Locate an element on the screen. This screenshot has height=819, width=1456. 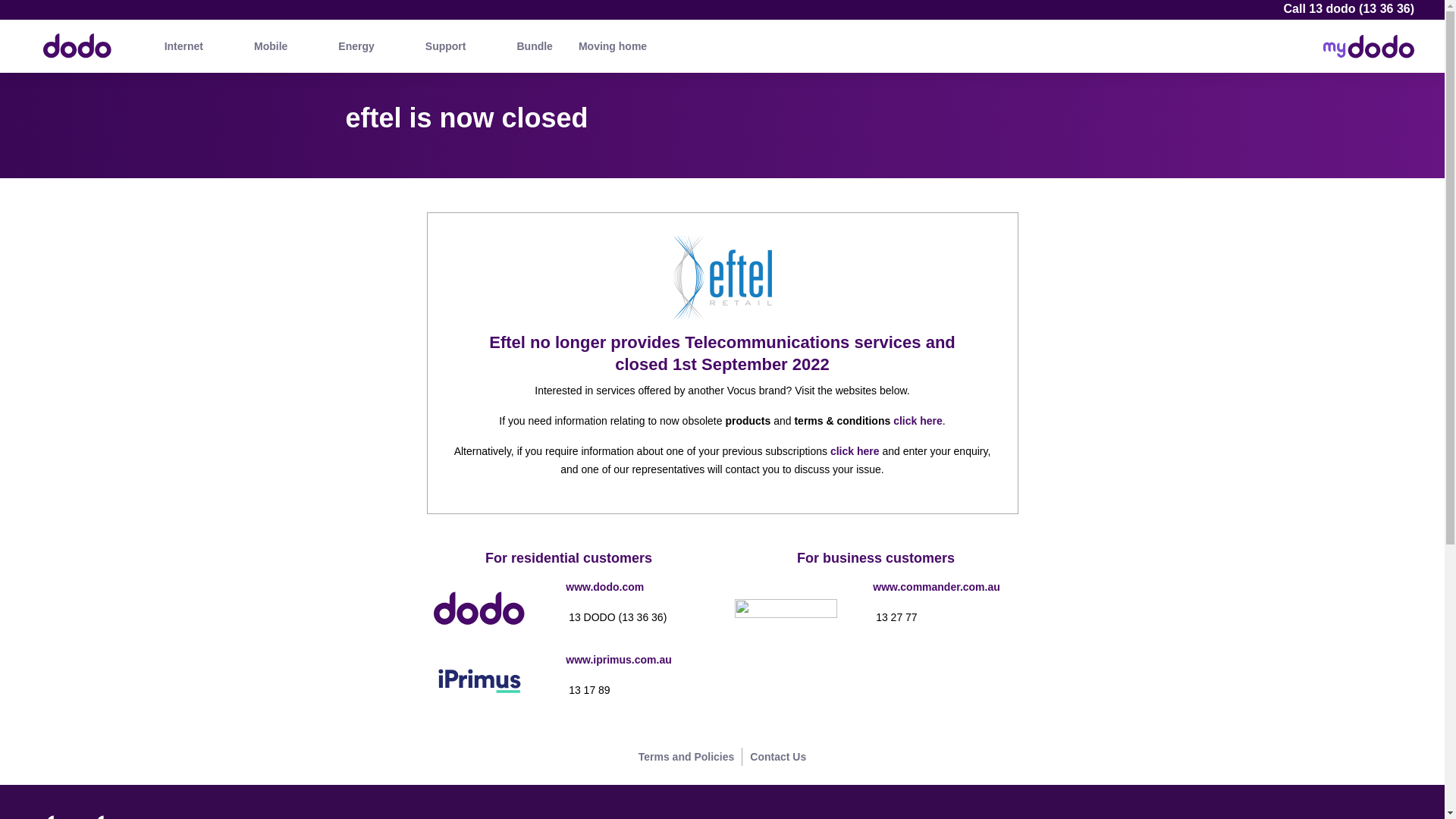
'Home' is located at coordinates (27, 38).